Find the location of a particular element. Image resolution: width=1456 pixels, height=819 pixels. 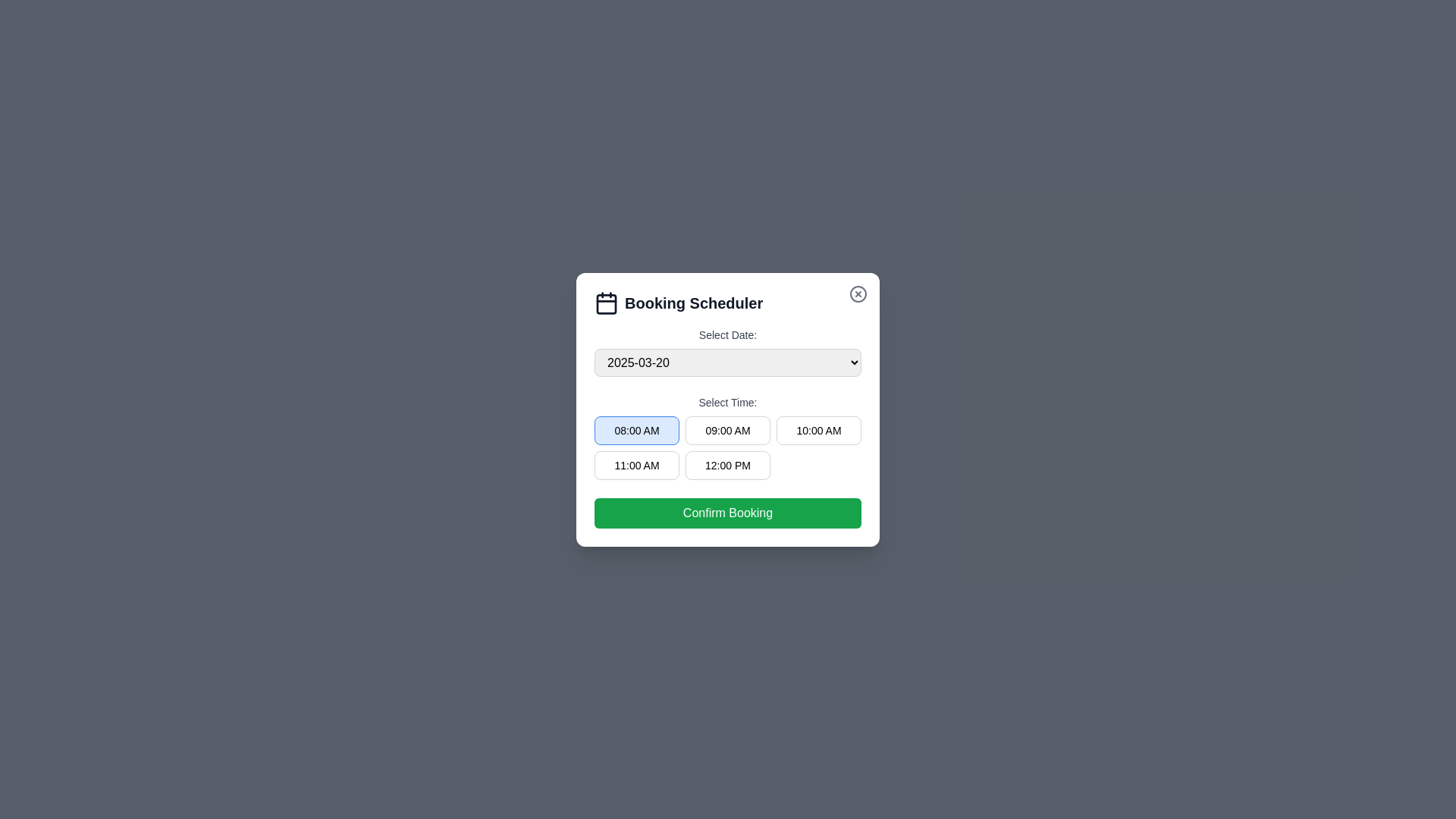

the Dropdown menu located near the top of the centered modal titled 'Booking Scheduler' is located at coordinates (728, 351).